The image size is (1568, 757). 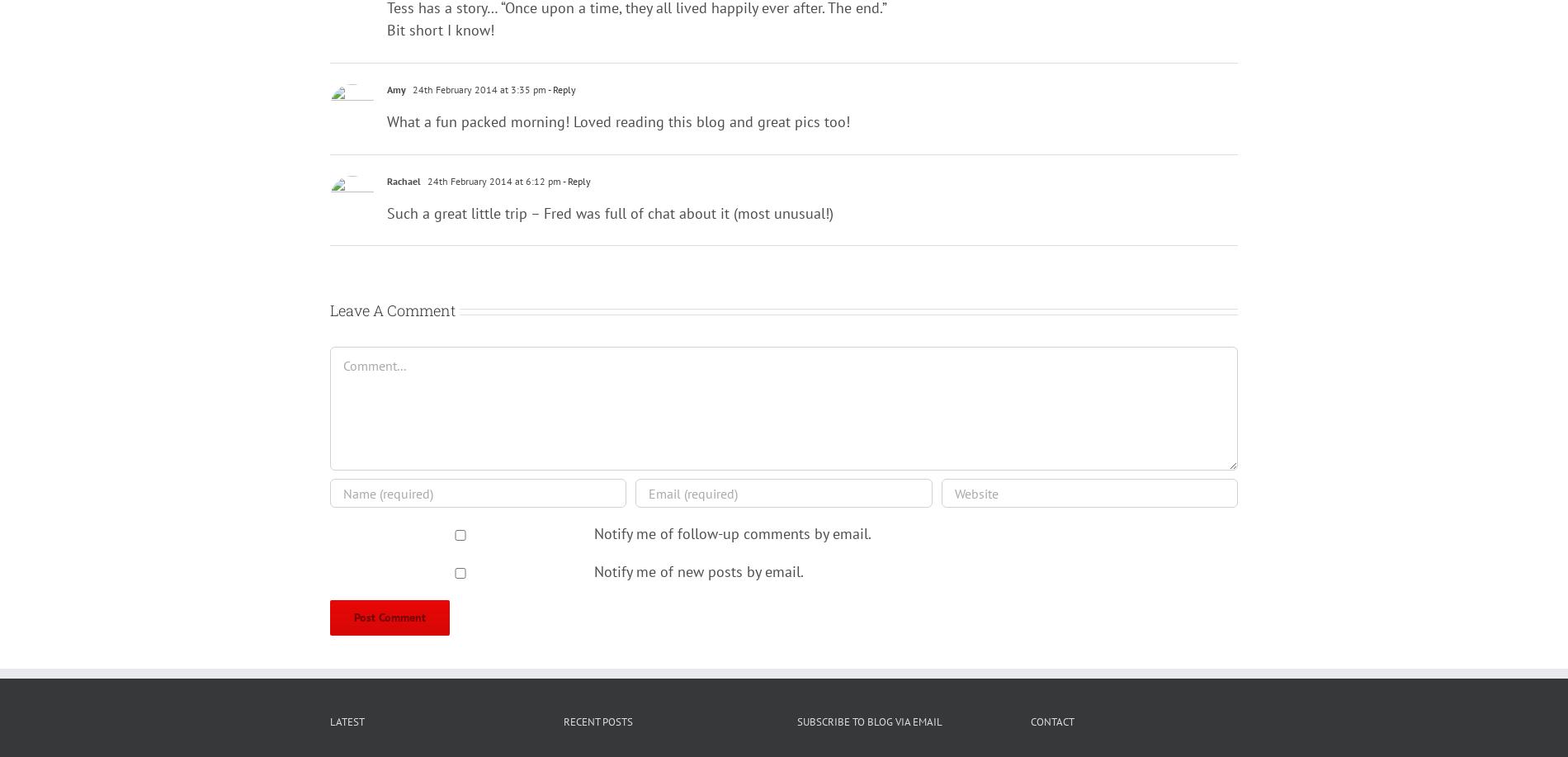 I want to click on 'Leave A Comment', so click(x=392, y=309).